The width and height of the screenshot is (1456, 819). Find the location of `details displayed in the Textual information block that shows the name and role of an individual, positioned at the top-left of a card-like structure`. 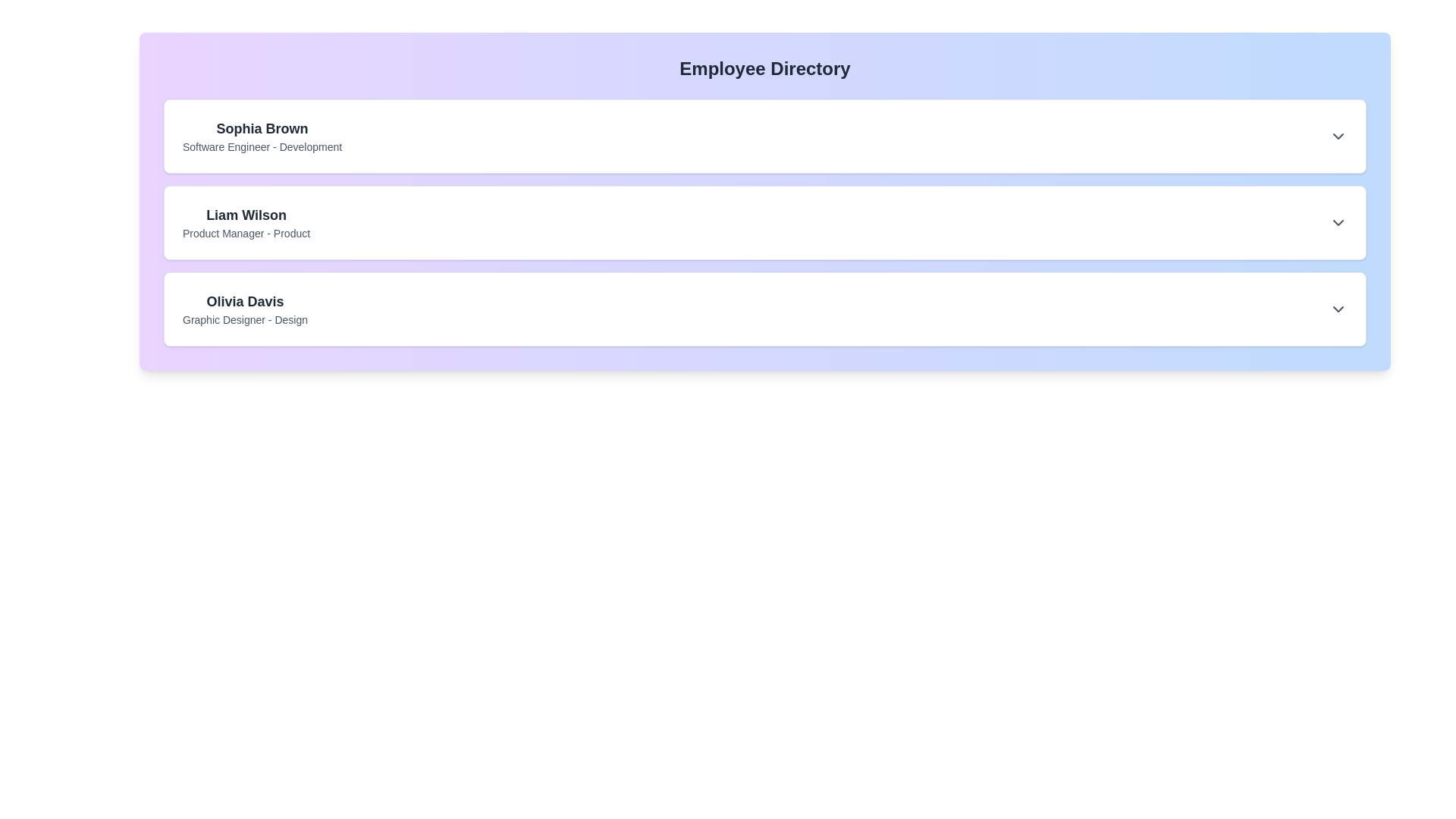

details displayed in the Textual information block that shows the name and role of an individual, positioned at the top-left of a card-like structure is located at coordinates (262, 136).